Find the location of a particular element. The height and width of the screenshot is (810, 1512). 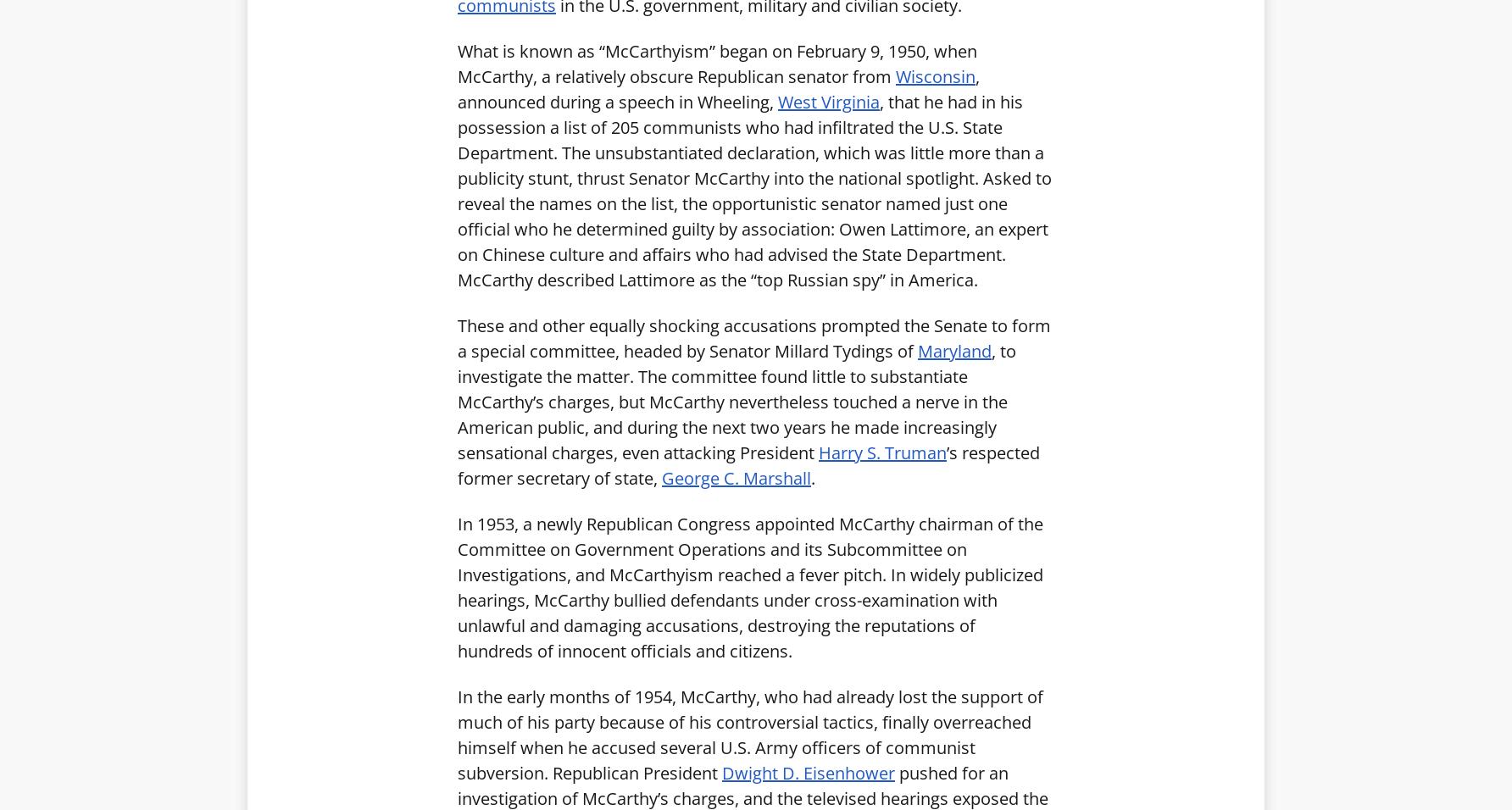

'In the early months of 1954, McCarthy, who had already lost the support of much of his party because of his controversial tactics, finally overreached himself when he accused several U.S. Army officers of communist subversion. Republican President' is located at coordinates (749, 734).